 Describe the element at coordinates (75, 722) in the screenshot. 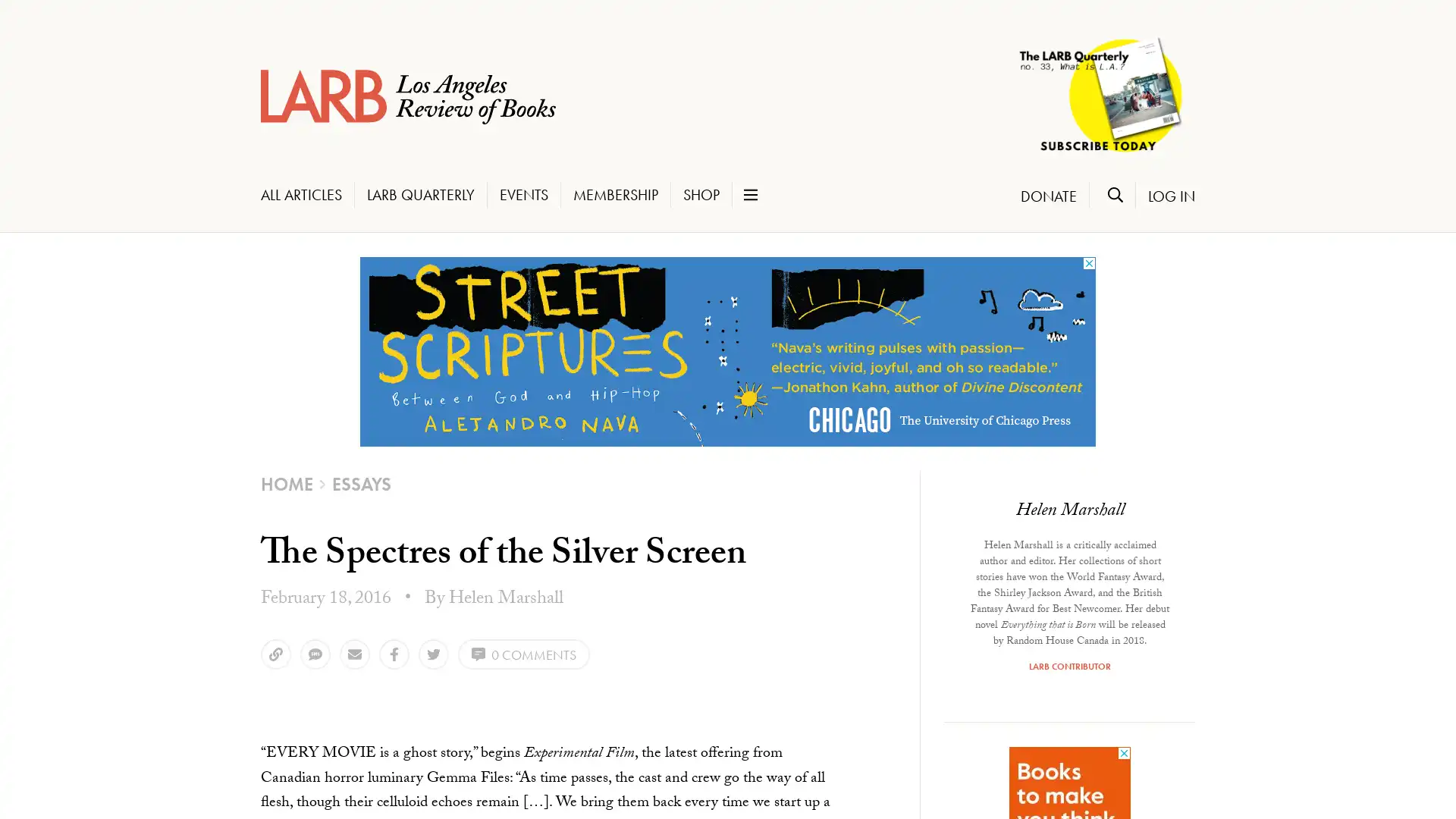

I see `Sign Up` at that location.